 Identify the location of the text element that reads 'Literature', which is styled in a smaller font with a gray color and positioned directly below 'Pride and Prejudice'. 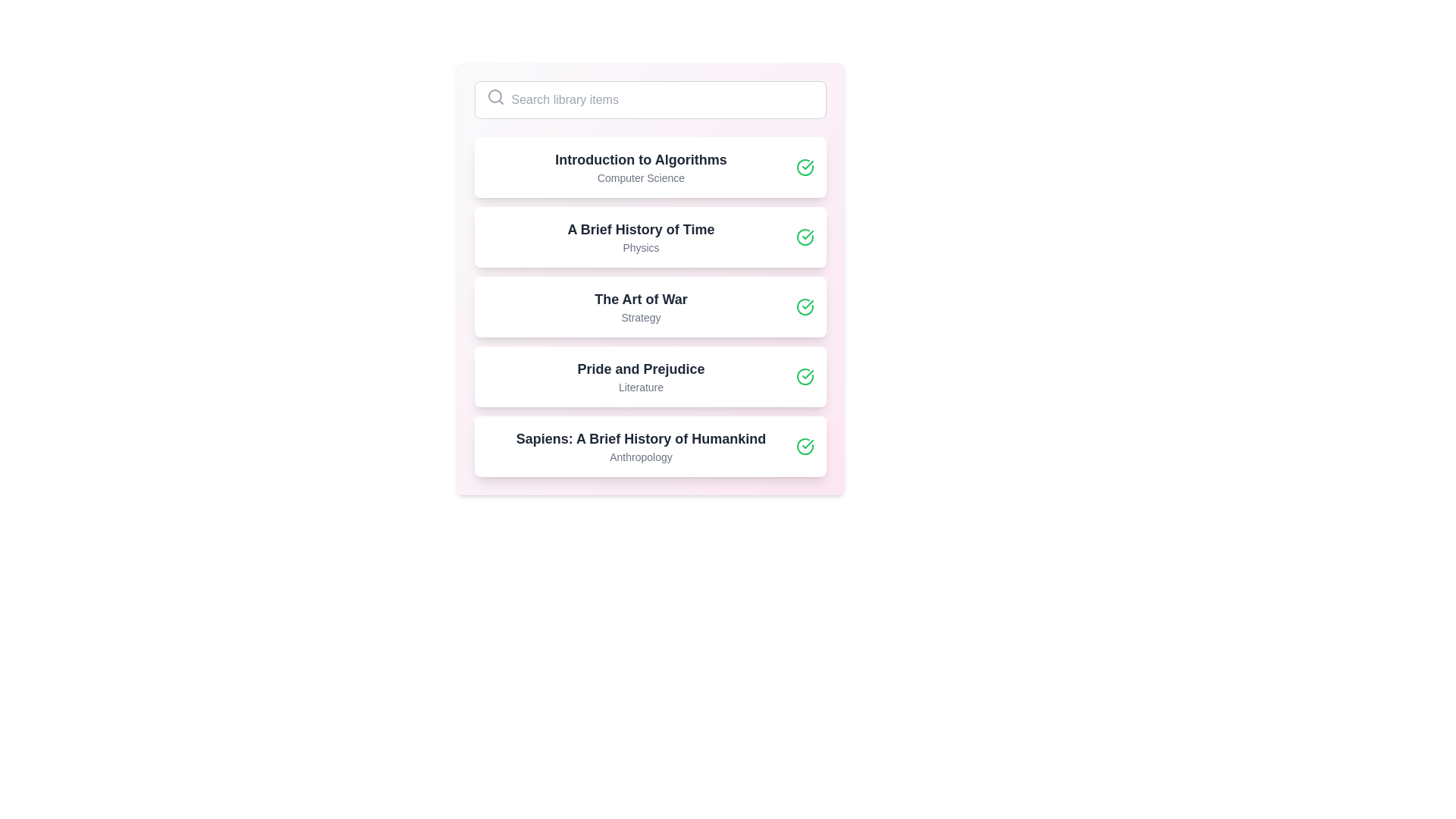
(641, 386).